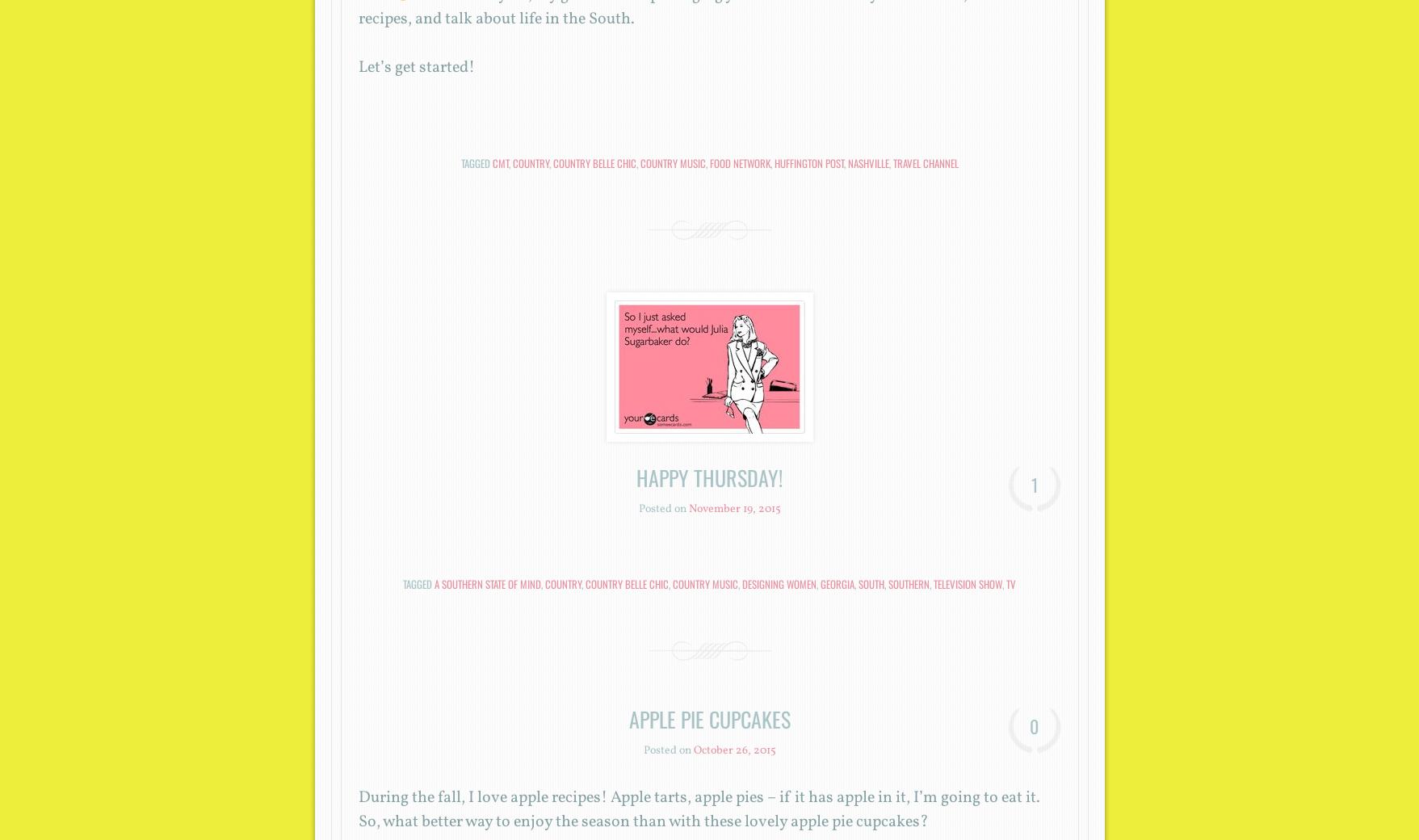 The image size is (1419, 840). What do you see at coordinates (709, 477) in the screenshot?
I see `'Happy Thursday!'` at bounding box center [709, 477].